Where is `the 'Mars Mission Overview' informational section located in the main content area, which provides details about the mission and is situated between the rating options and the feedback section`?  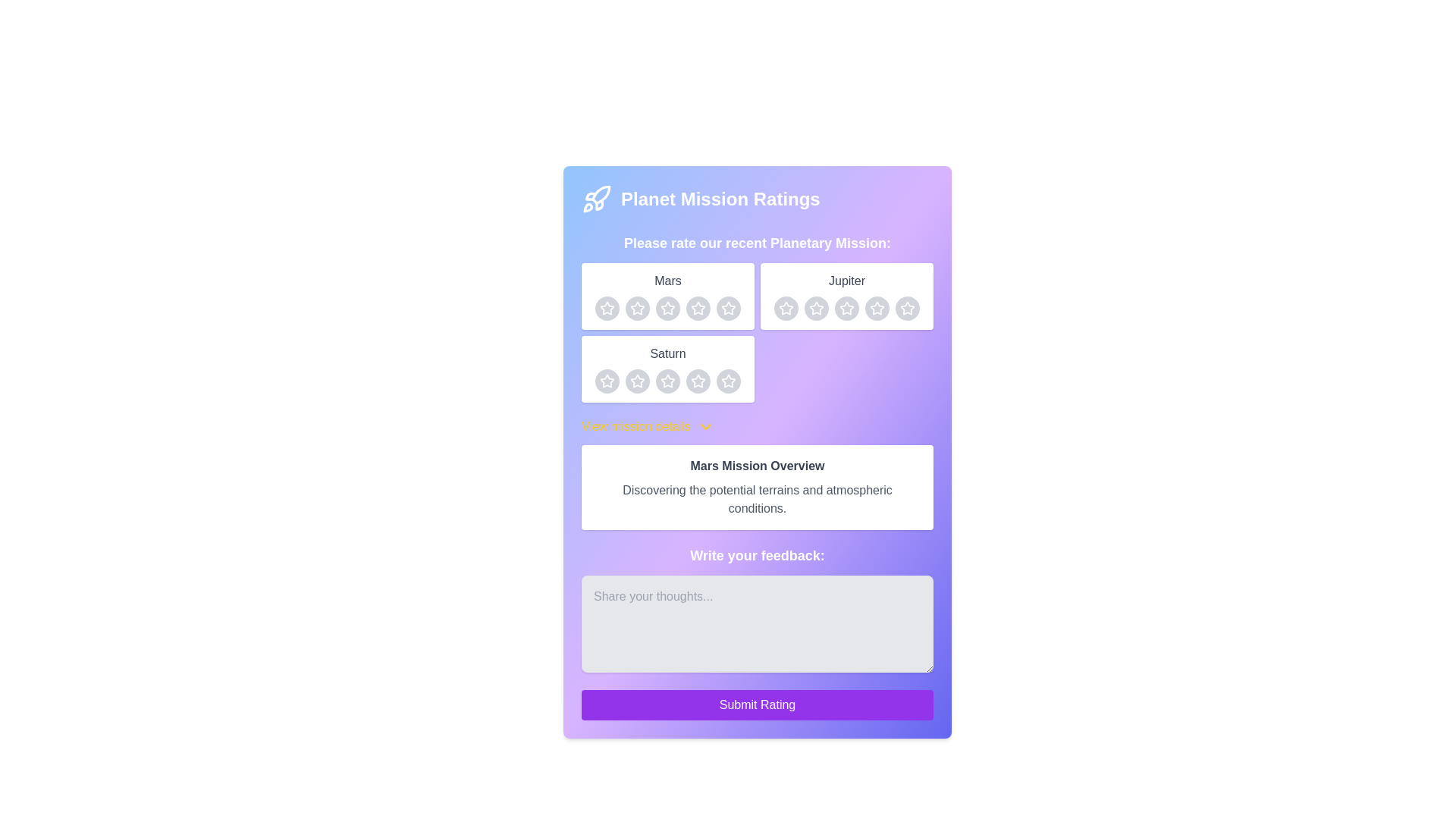 the 'Mars Mission Overview' informational section located in the main content area, which provides details about the mission and is situated between the rating options and the feedback section is located at coordinates (757, 472).